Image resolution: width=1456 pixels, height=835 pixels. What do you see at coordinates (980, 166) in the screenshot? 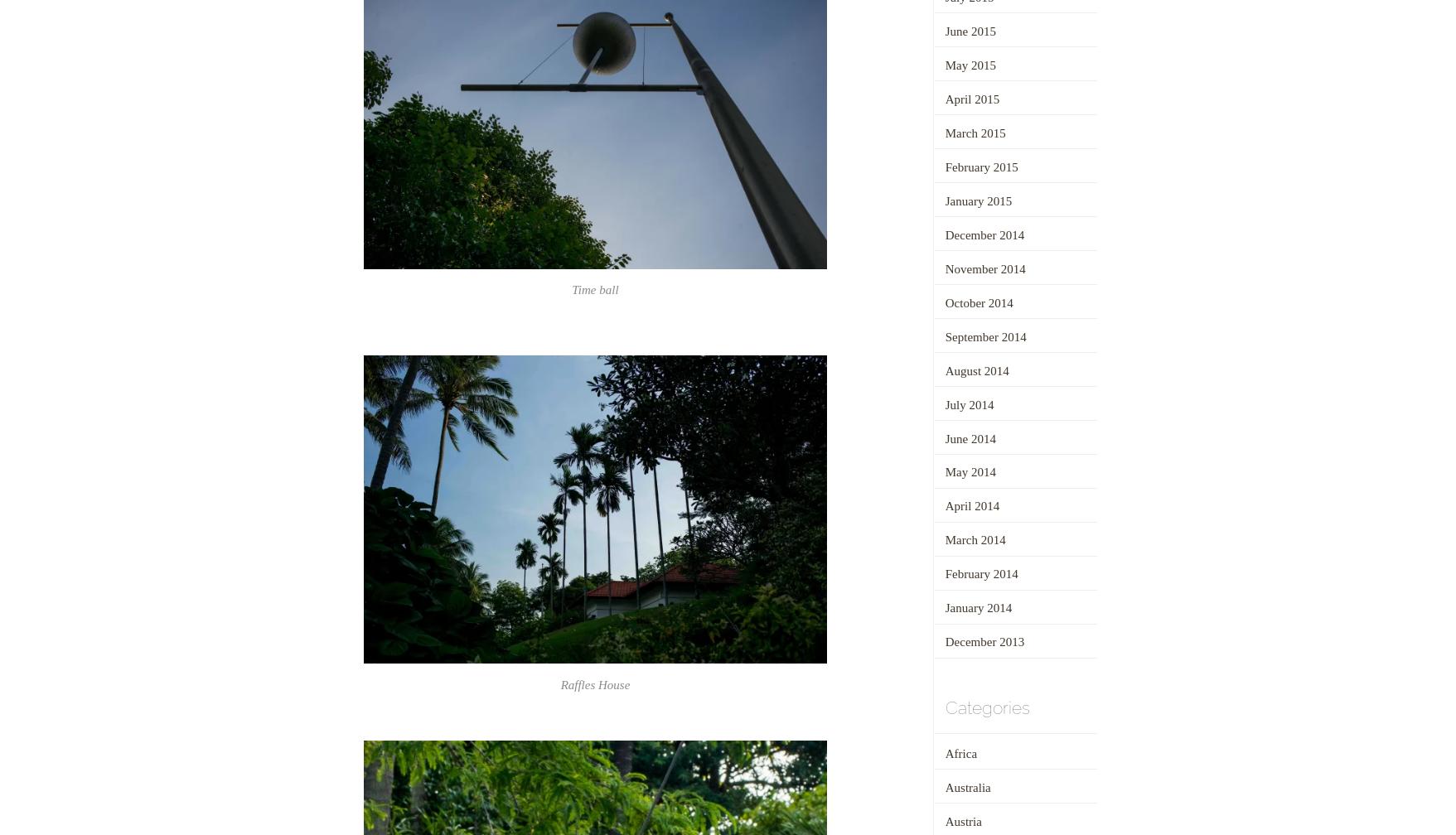
I see `'February 2015'` at bounding box center [980, 166].